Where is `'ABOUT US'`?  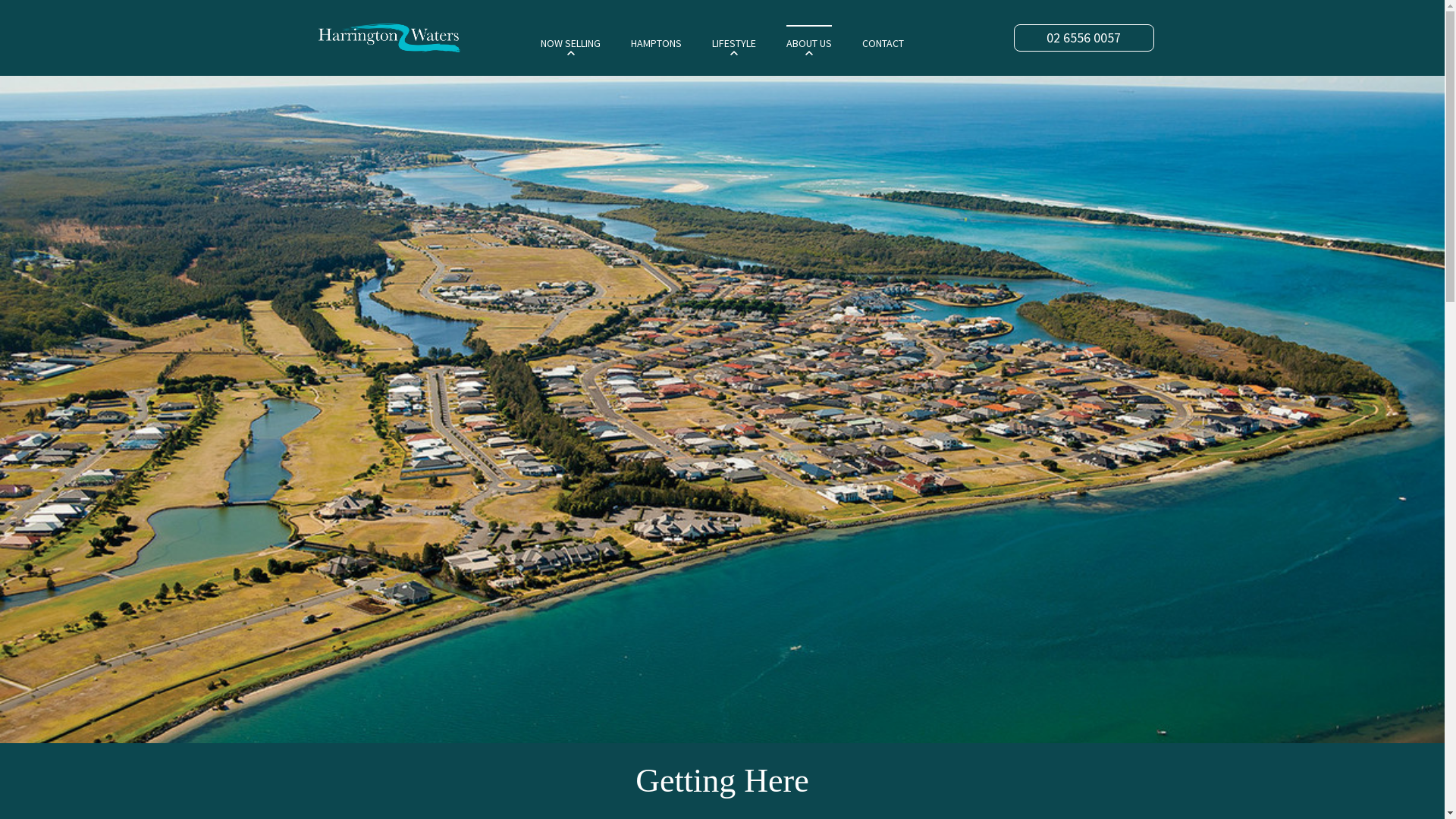
'ABOUT US' is located at coordinates (808, 42).